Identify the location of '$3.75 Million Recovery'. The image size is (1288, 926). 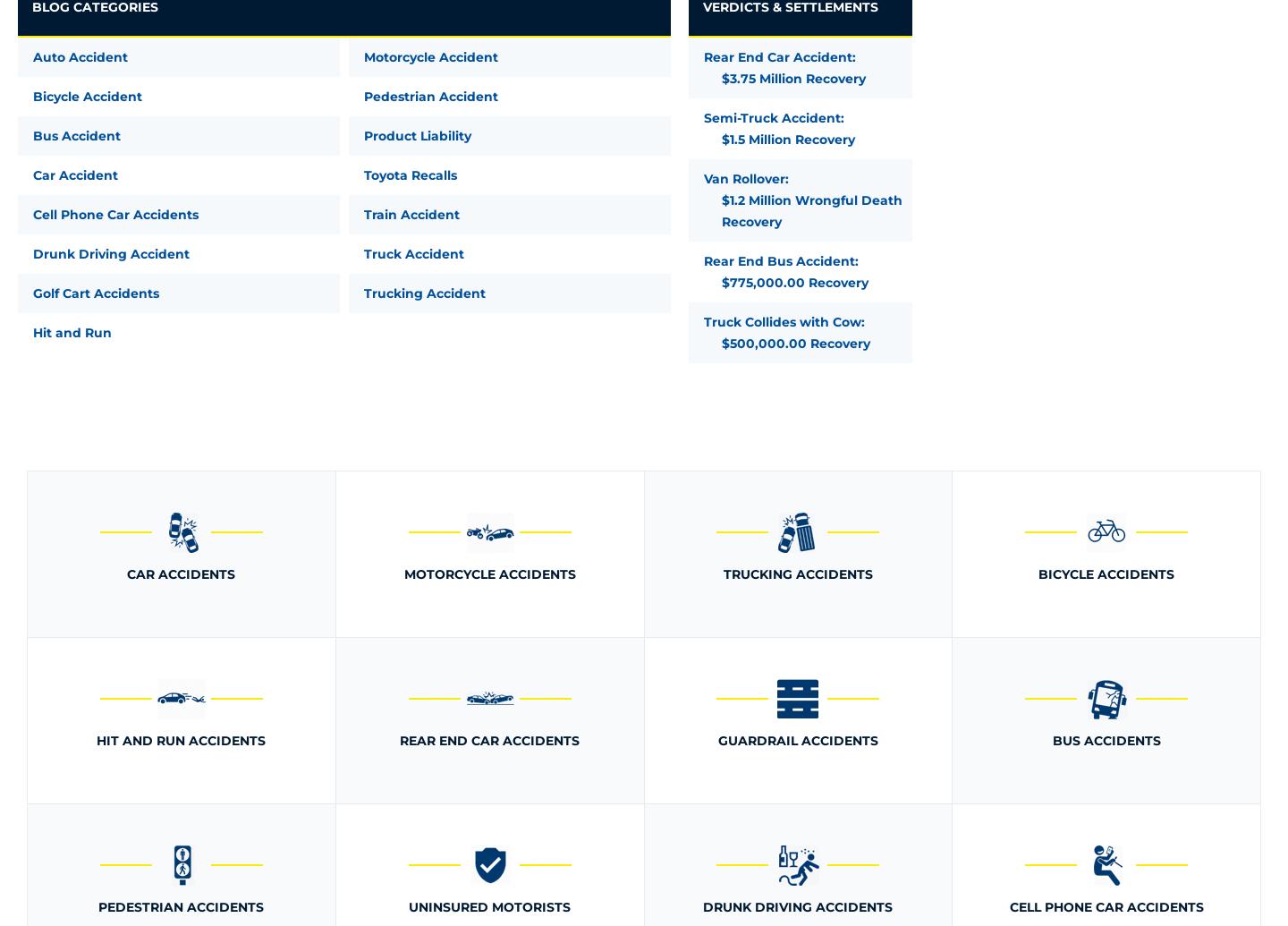
(721, 78).